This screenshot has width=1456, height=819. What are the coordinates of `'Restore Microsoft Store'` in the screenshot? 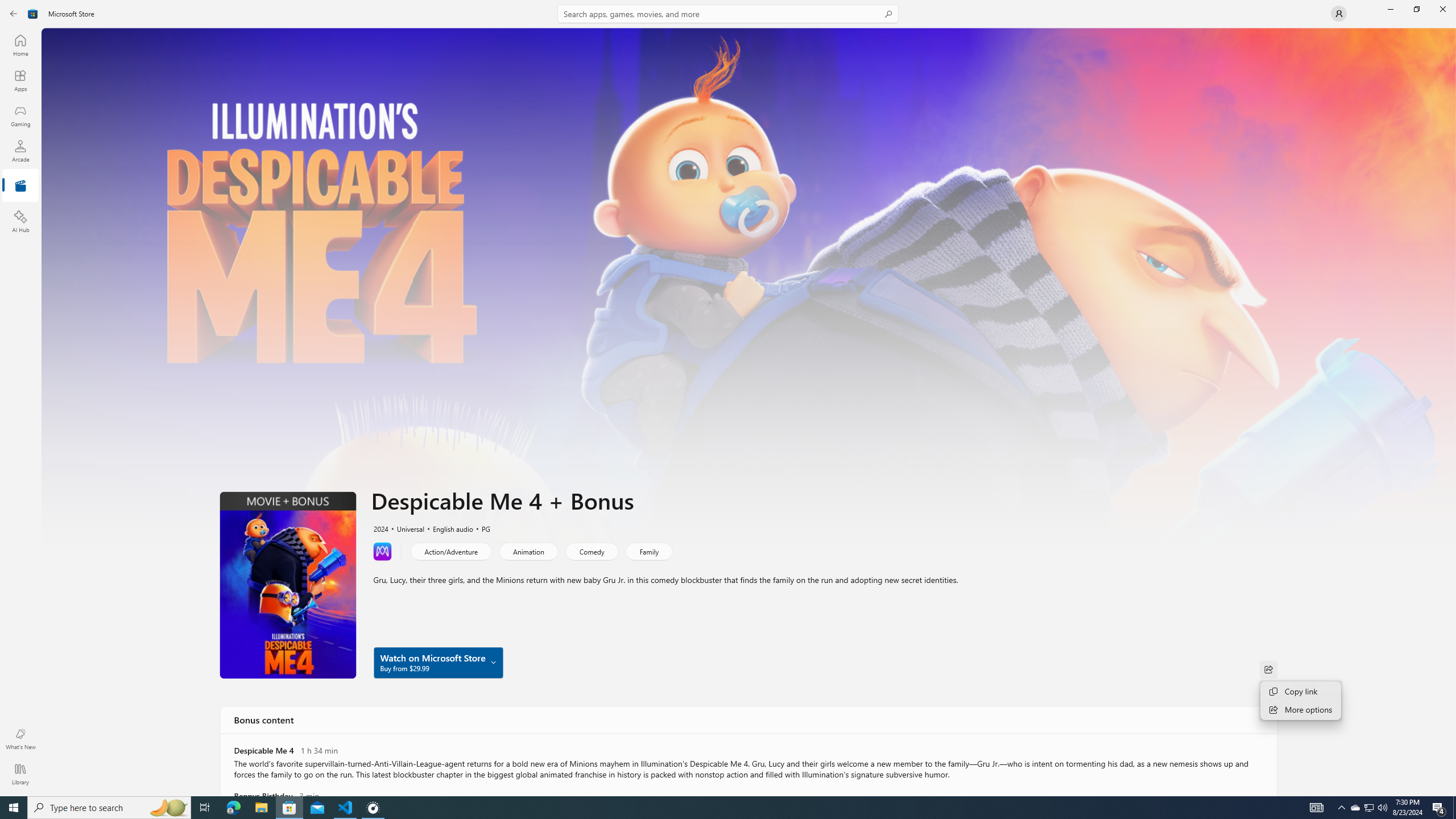 It's located at (1416, 9).